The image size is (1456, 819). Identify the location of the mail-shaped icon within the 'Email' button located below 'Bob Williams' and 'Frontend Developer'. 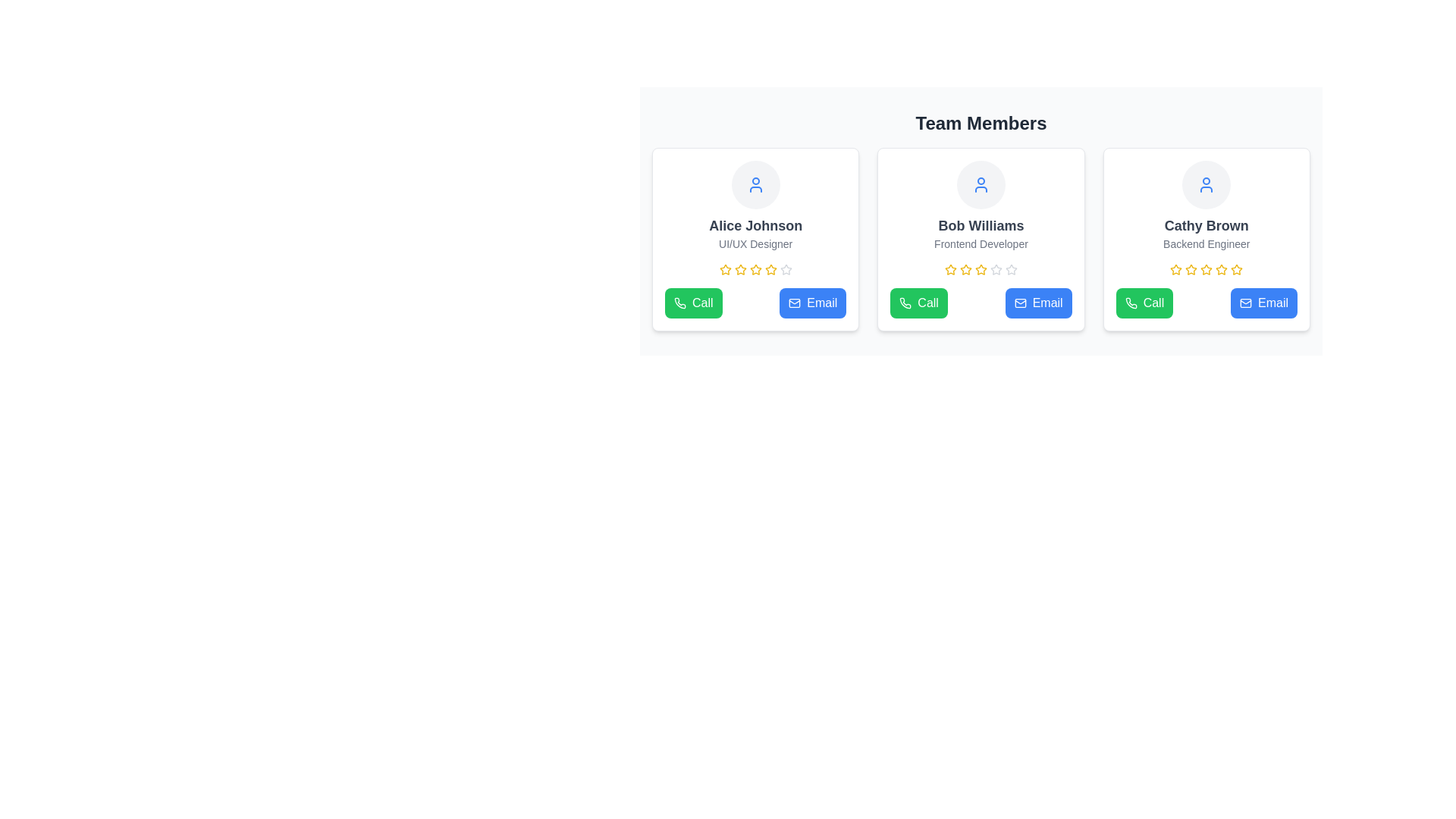
(1020, 303).